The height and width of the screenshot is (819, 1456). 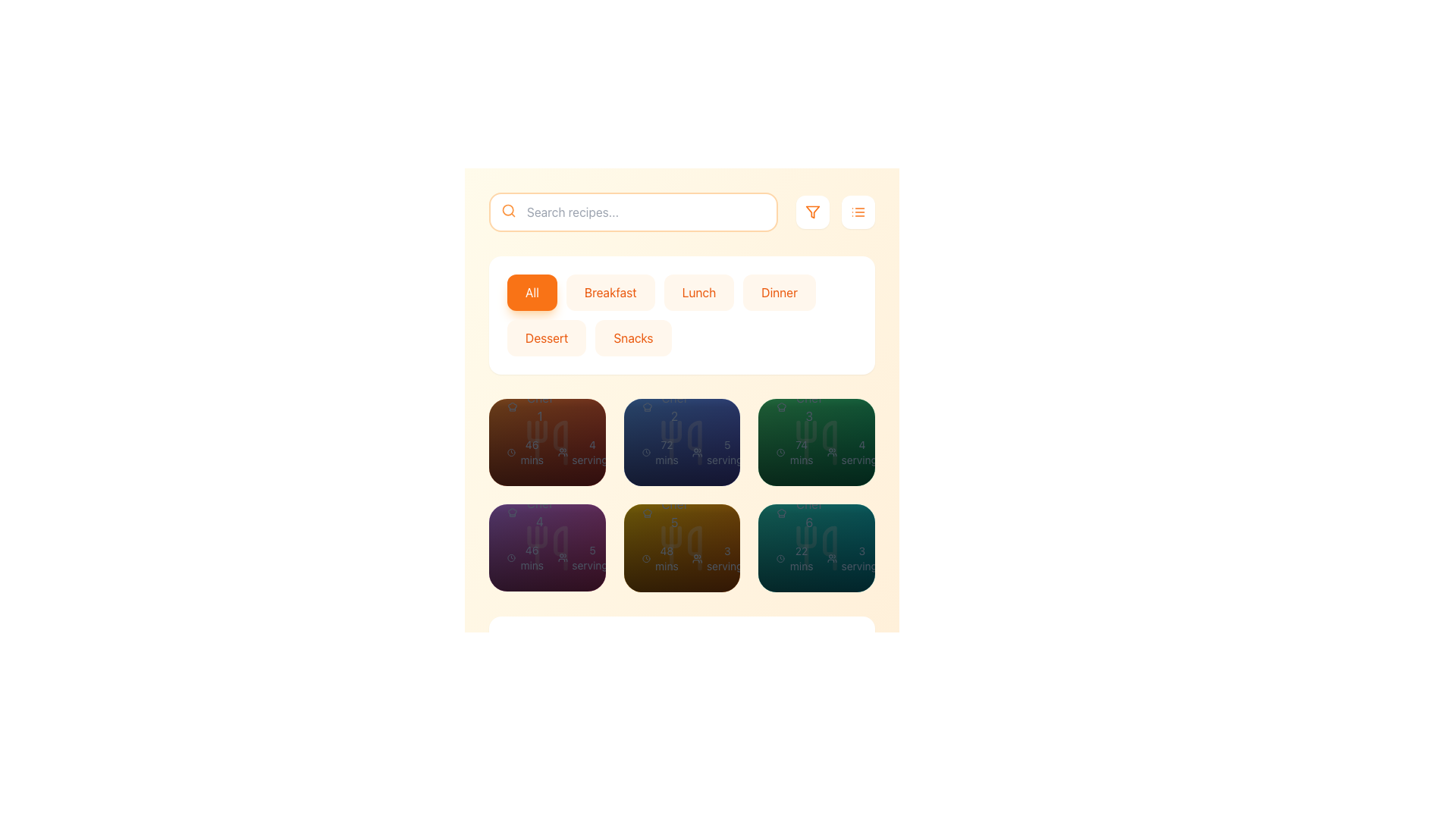 What do you see at coordinates (661, 558) in the screenshot?
I see `the text label indicating a duration of approximately 48 minutes, located in the second card of the second row, to the left of the '3 servings' text label` at bounding box center [661, 558].